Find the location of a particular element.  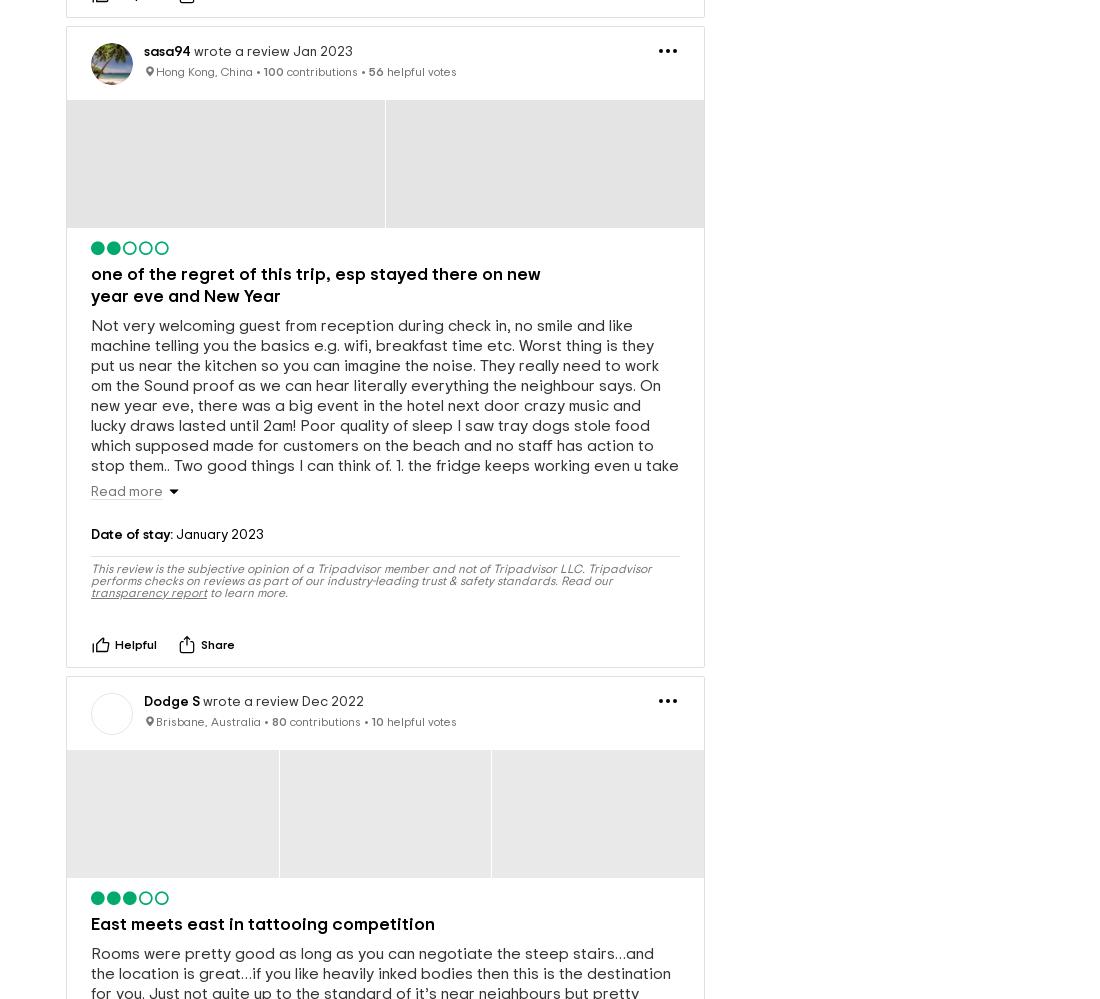

'Rooms were pretty good as long as you can negotiate the steep stairs…and the location is great…if you like heavily inked bodies then this is the destination for you. Just not quite up to the standard of it’s near neighbours but pretty affordable' is located at coordinates (381, 950).